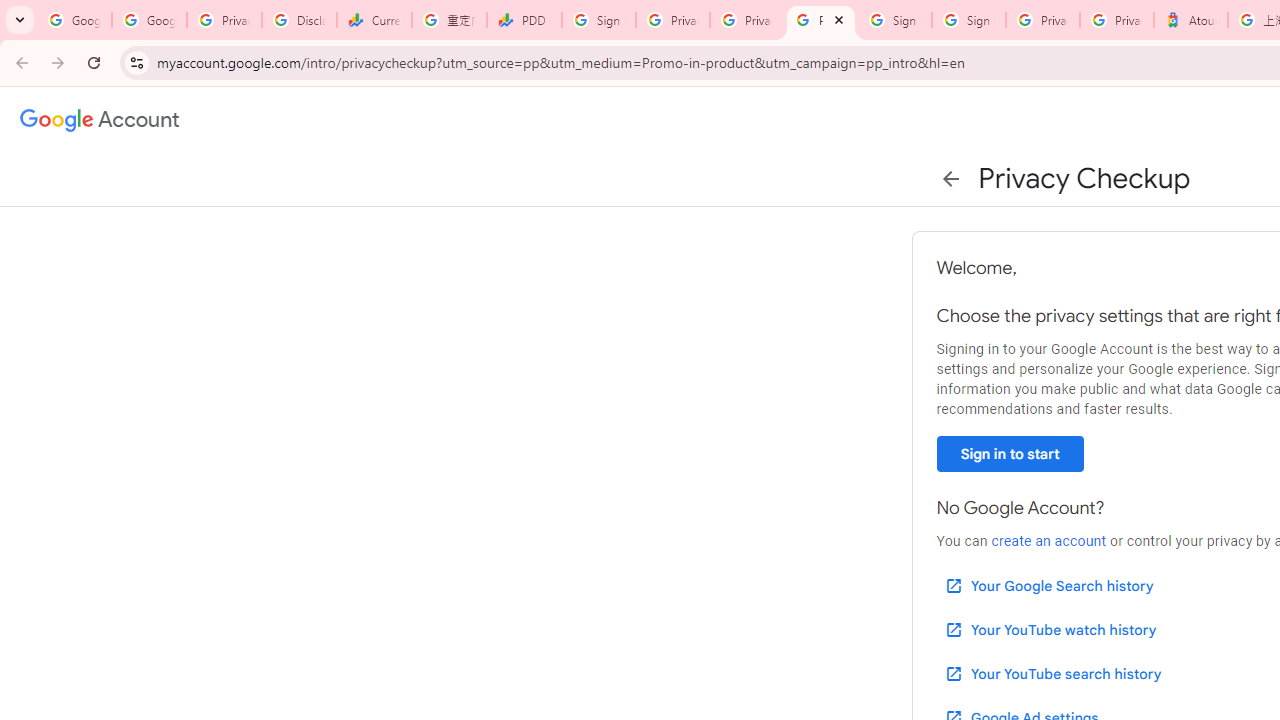 This screenshot has width=1280, height=720. I want to click on 'Your YouTube search history', so click(1051, 673).